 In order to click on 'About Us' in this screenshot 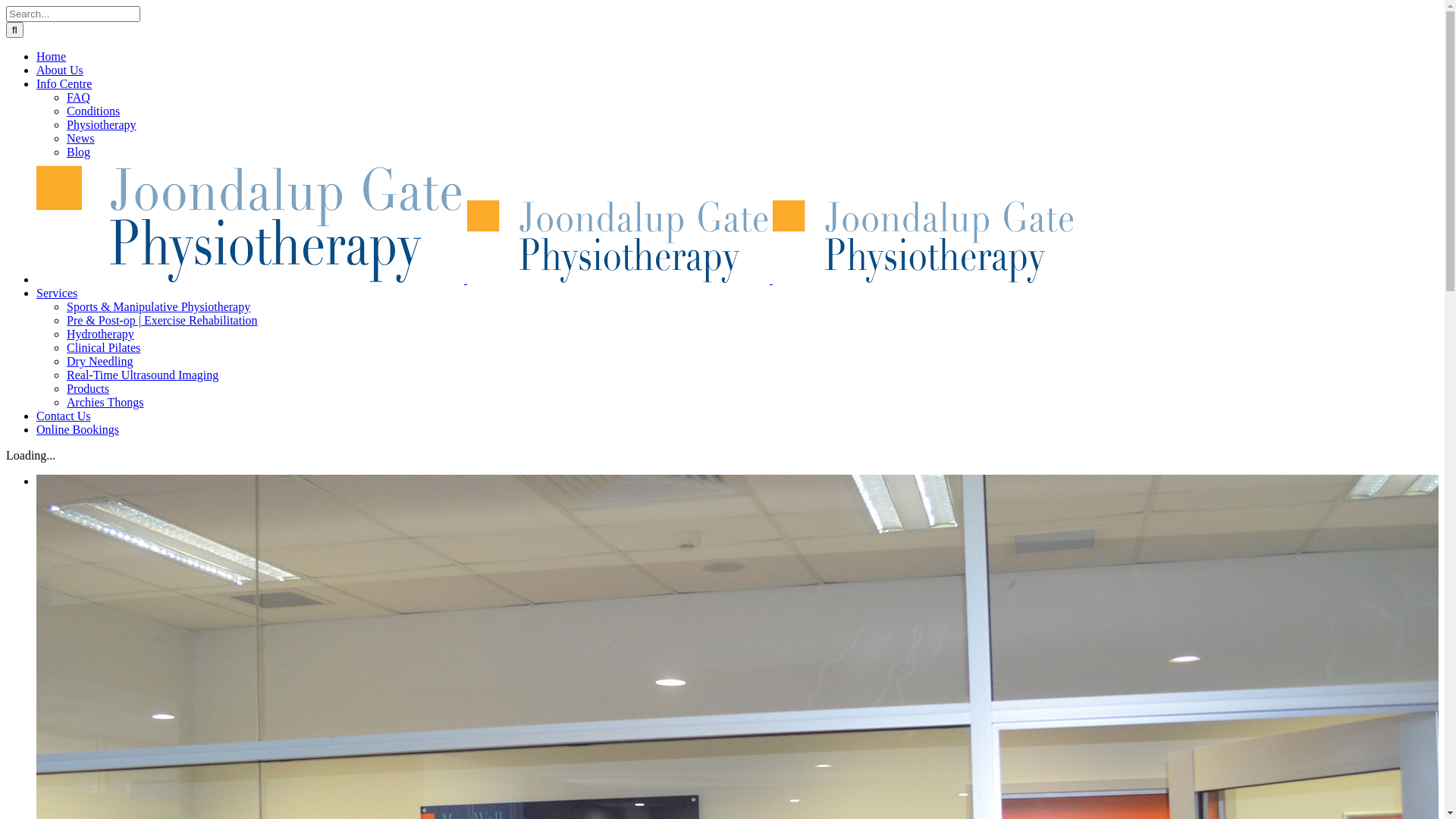, I will do `click(59, 70)`.